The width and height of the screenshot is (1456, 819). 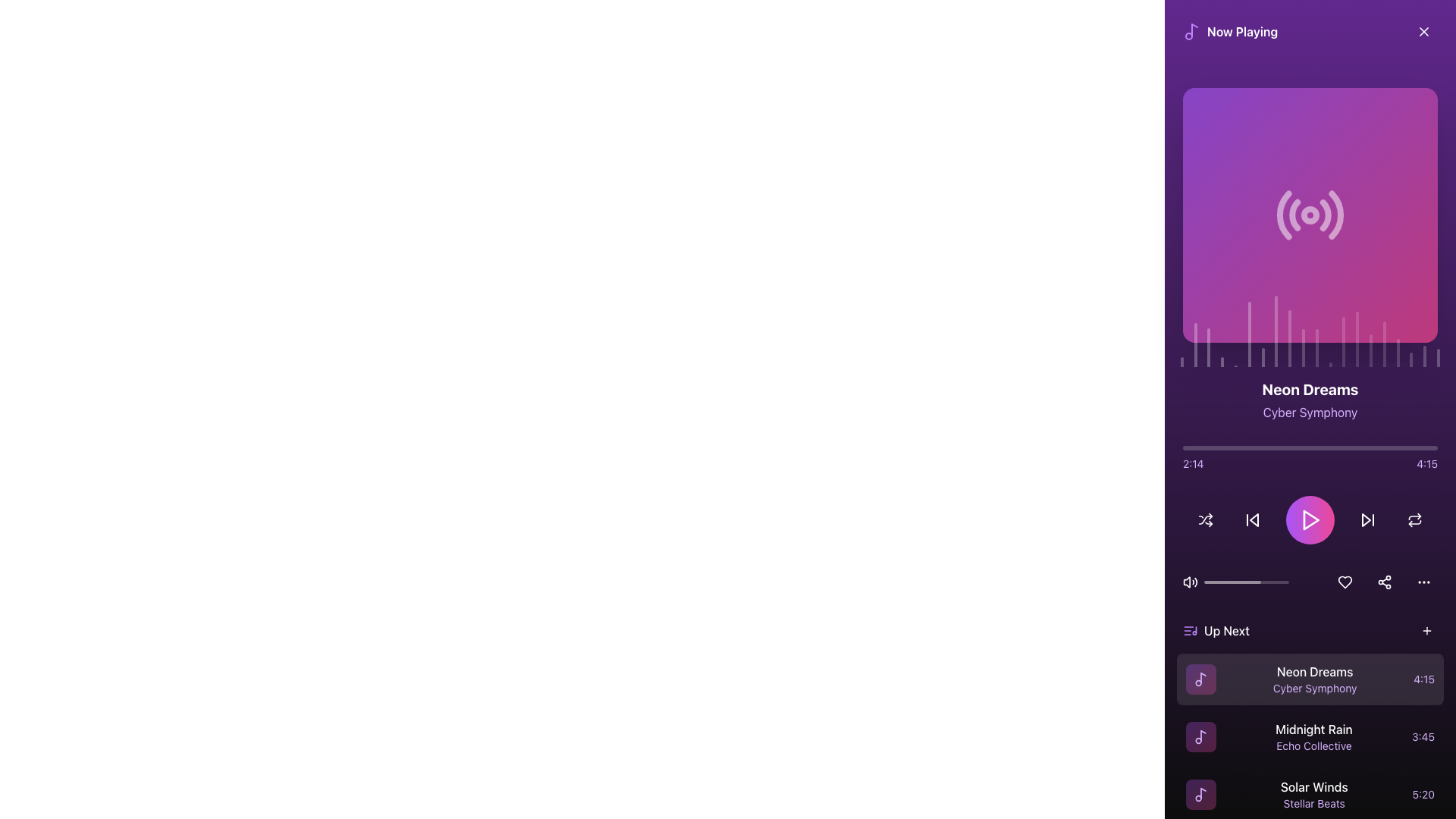 I want to click on the 'Skip Back' control icon, so click(x=1254, y=519).